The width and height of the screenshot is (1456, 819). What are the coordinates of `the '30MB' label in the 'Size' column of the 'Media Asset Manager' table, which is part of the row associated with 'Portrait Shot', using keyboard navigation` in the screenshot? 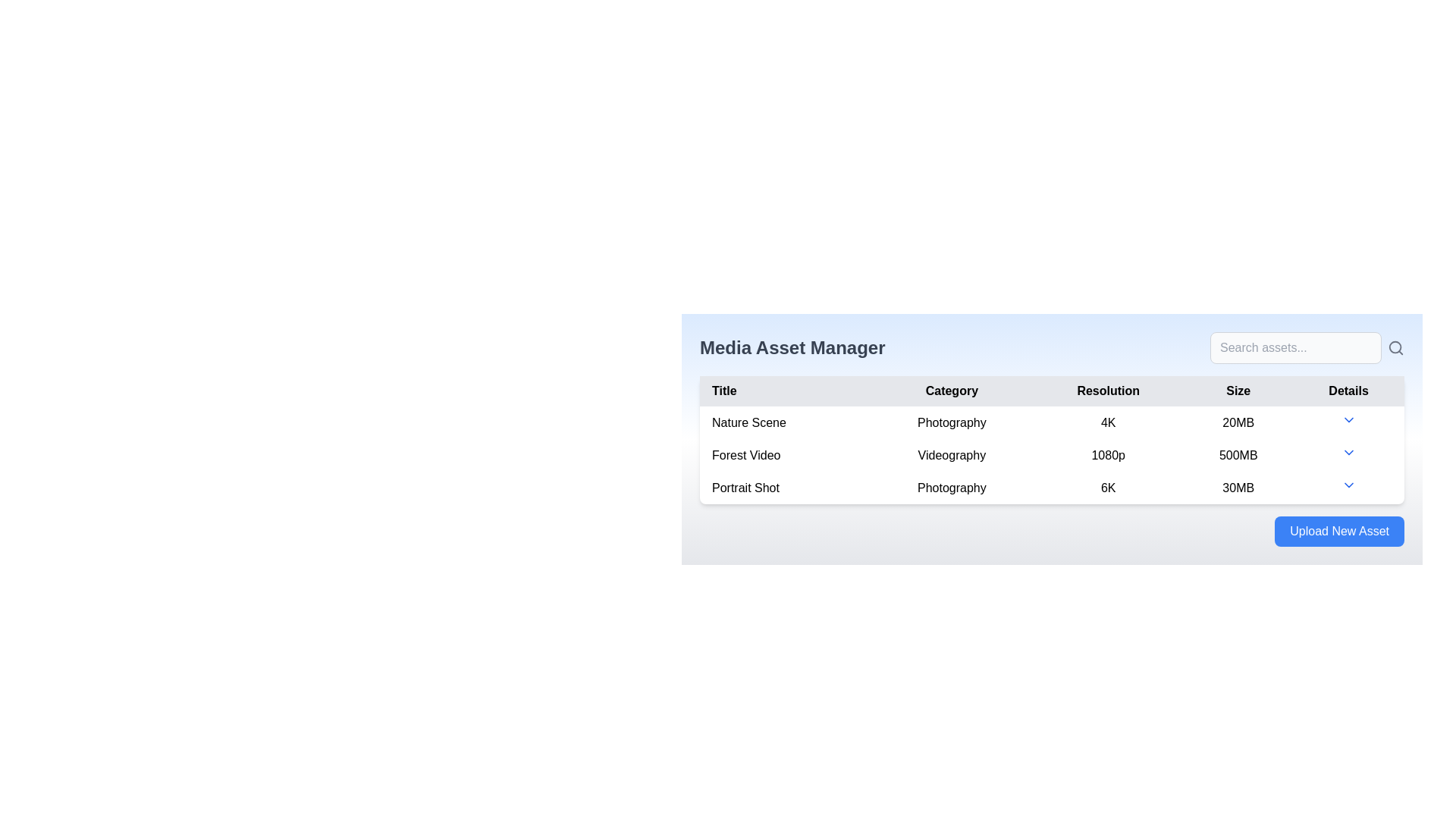 It's located at (1238, 488).